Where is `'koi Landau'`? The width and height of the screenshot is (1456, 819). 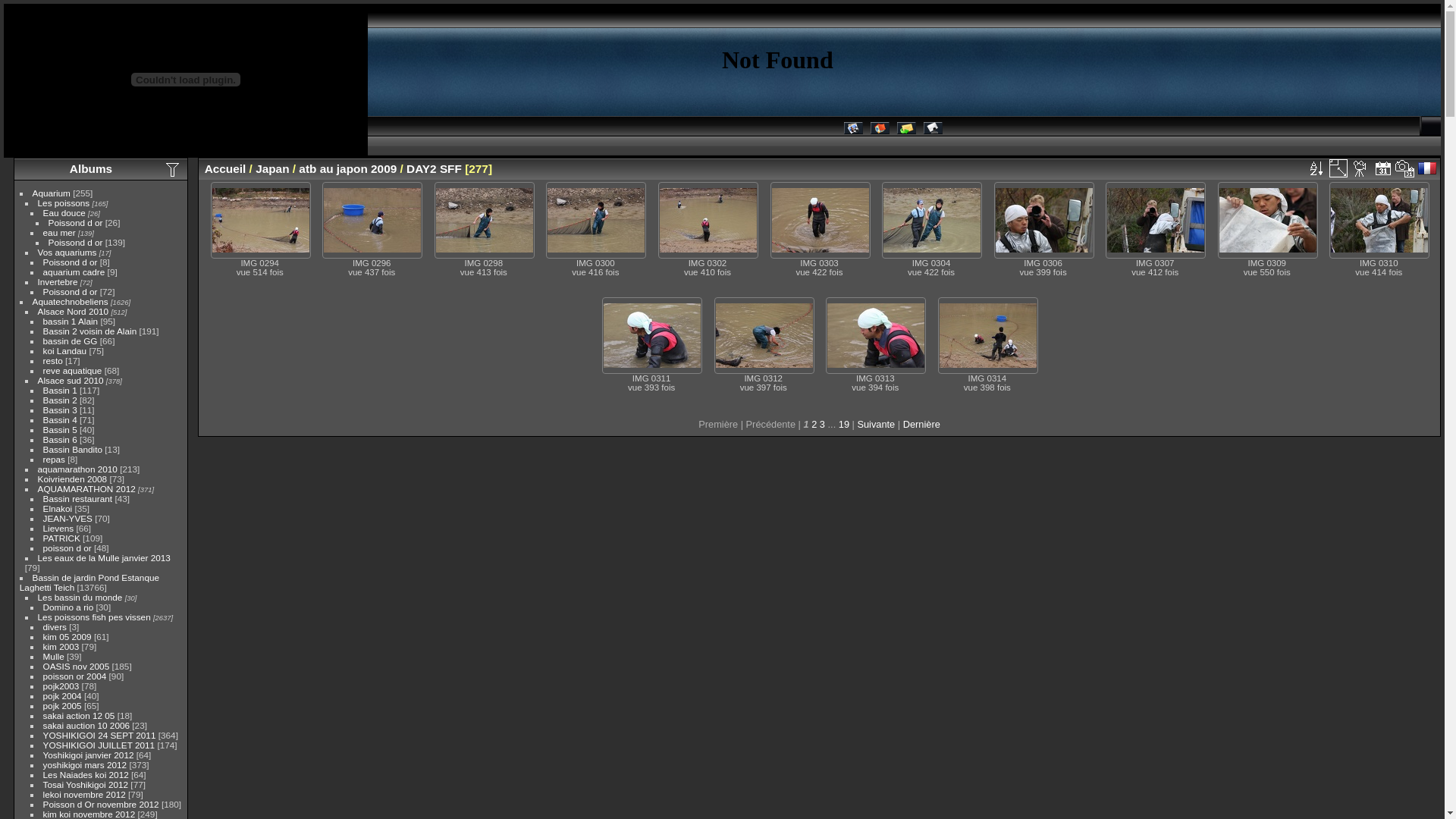 'koi Landau' is located at coordinates (64, 350).